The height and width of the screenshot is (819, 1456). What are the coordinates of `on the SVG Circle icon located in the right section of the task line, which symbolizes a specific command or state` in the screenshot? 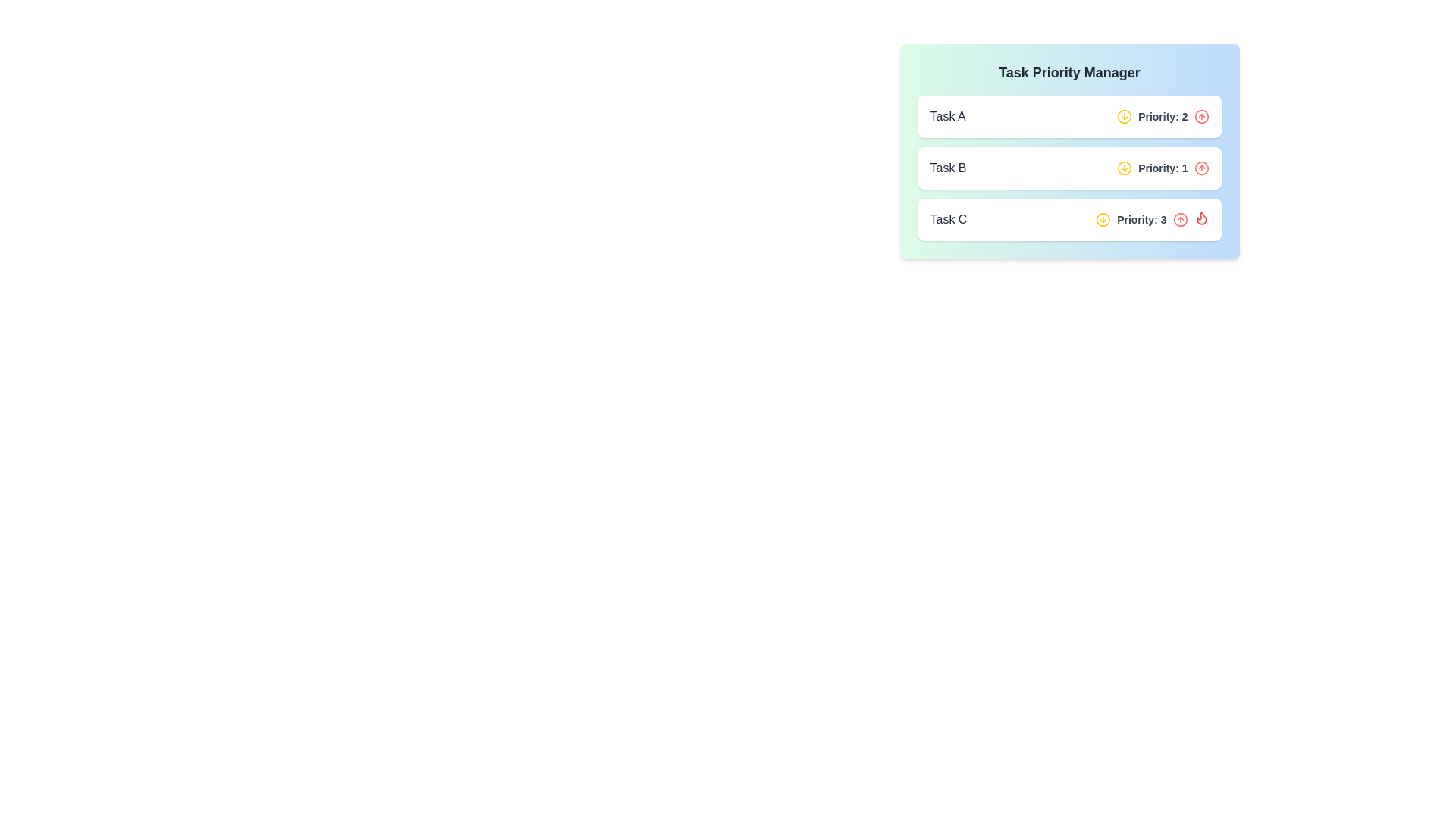 It's located at (1103, 219).